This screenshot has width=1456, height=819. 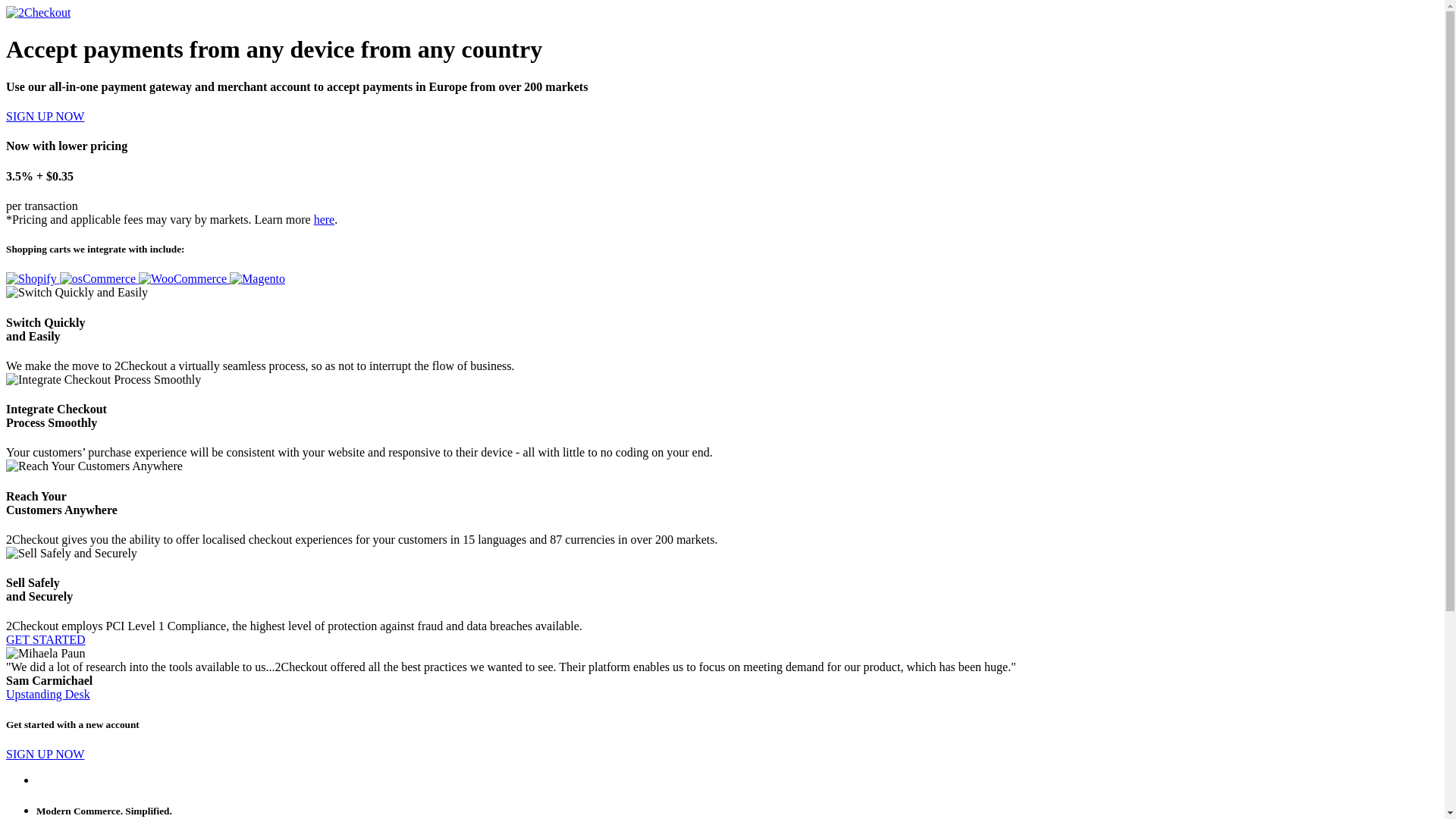 I want to click on 'SIGN UP NOW', so click(x=45, y=115).